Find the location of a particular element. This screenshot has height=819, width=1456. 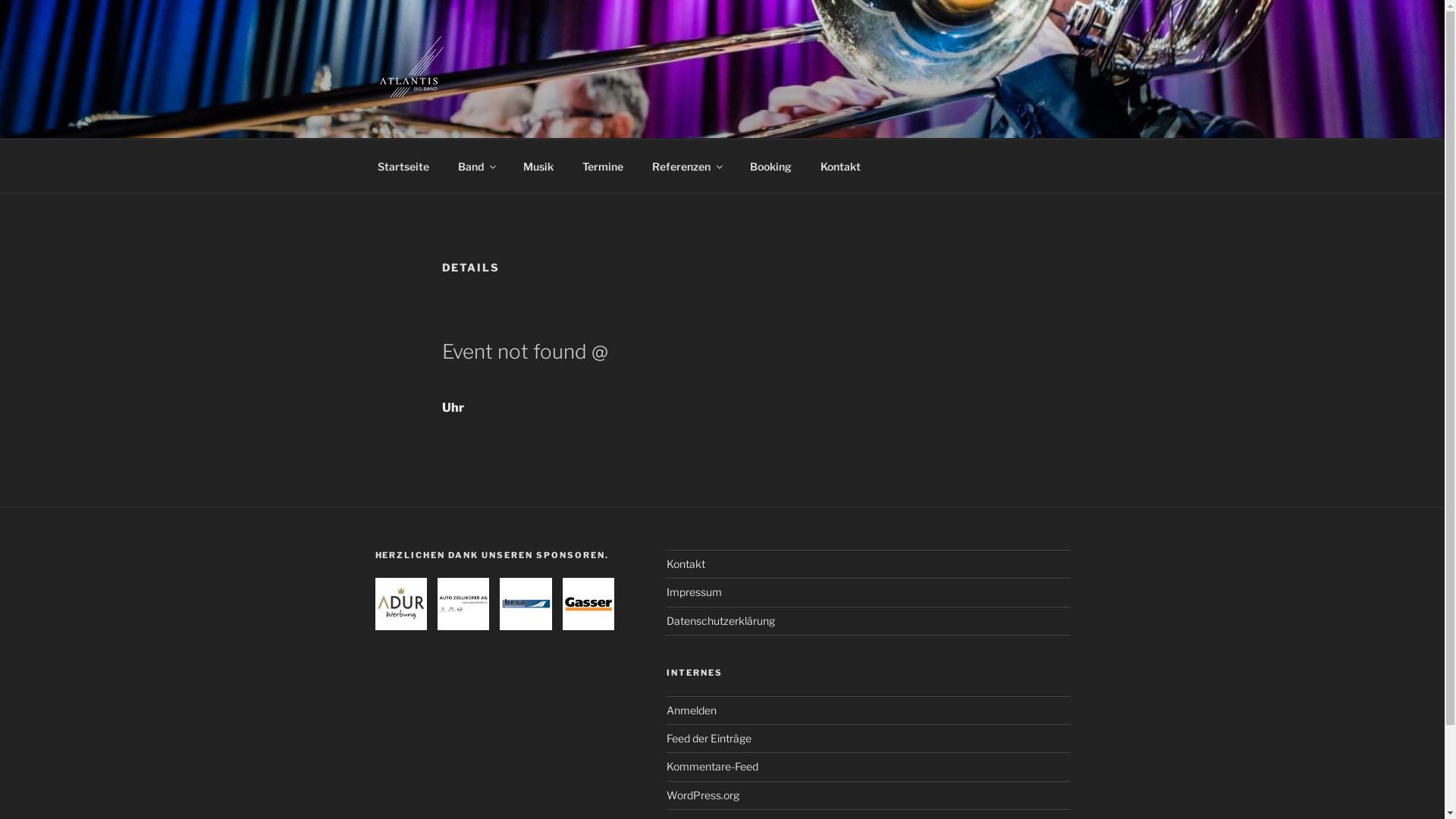

'Termine' is located at coordinates (601, 165).